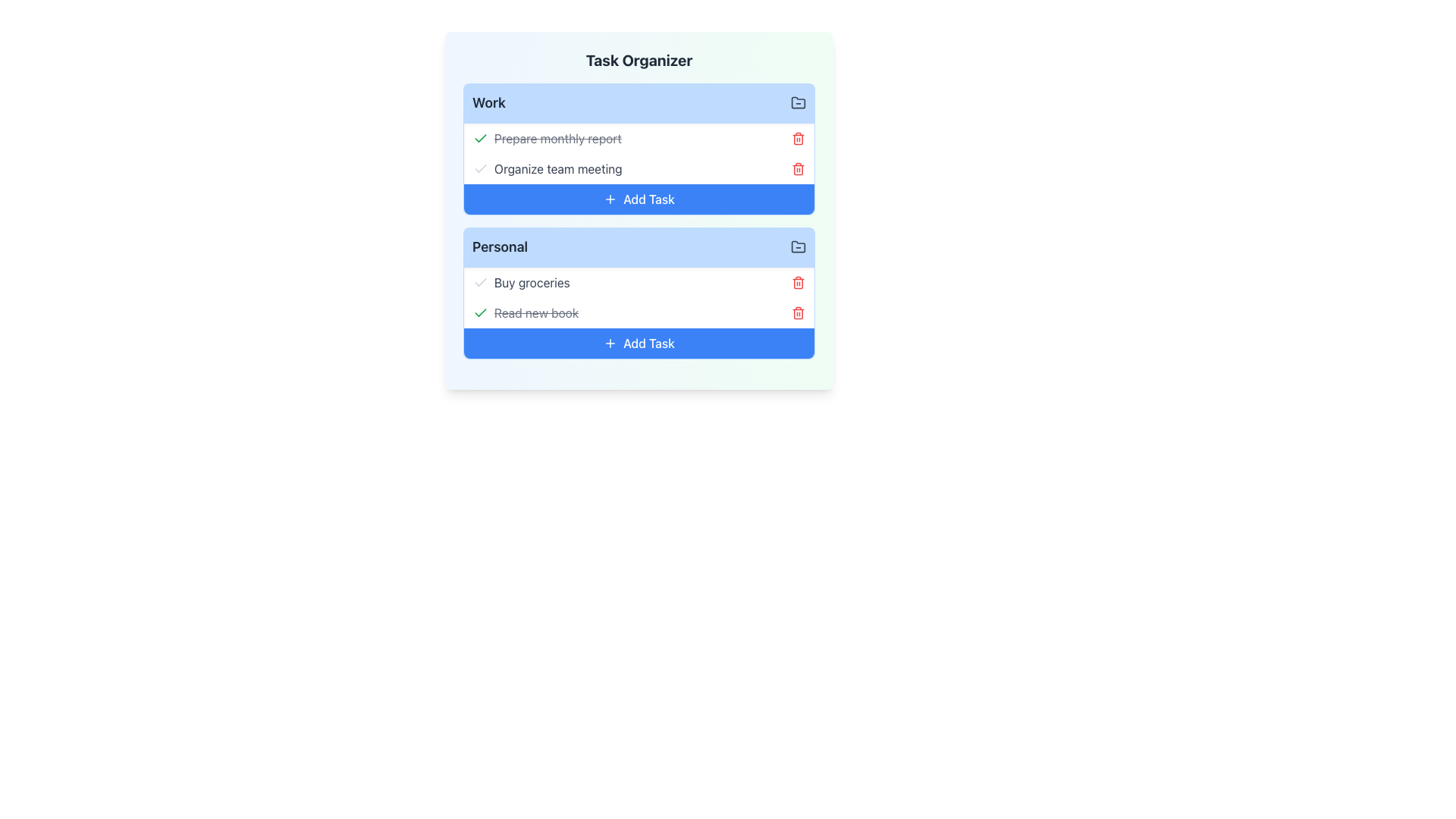 This screenshot has width=1456, height=819. I want to click on the delete icon button located to the far right of the 'Buy groceries' task item in the 'Personal' task group, so click(797, 283).